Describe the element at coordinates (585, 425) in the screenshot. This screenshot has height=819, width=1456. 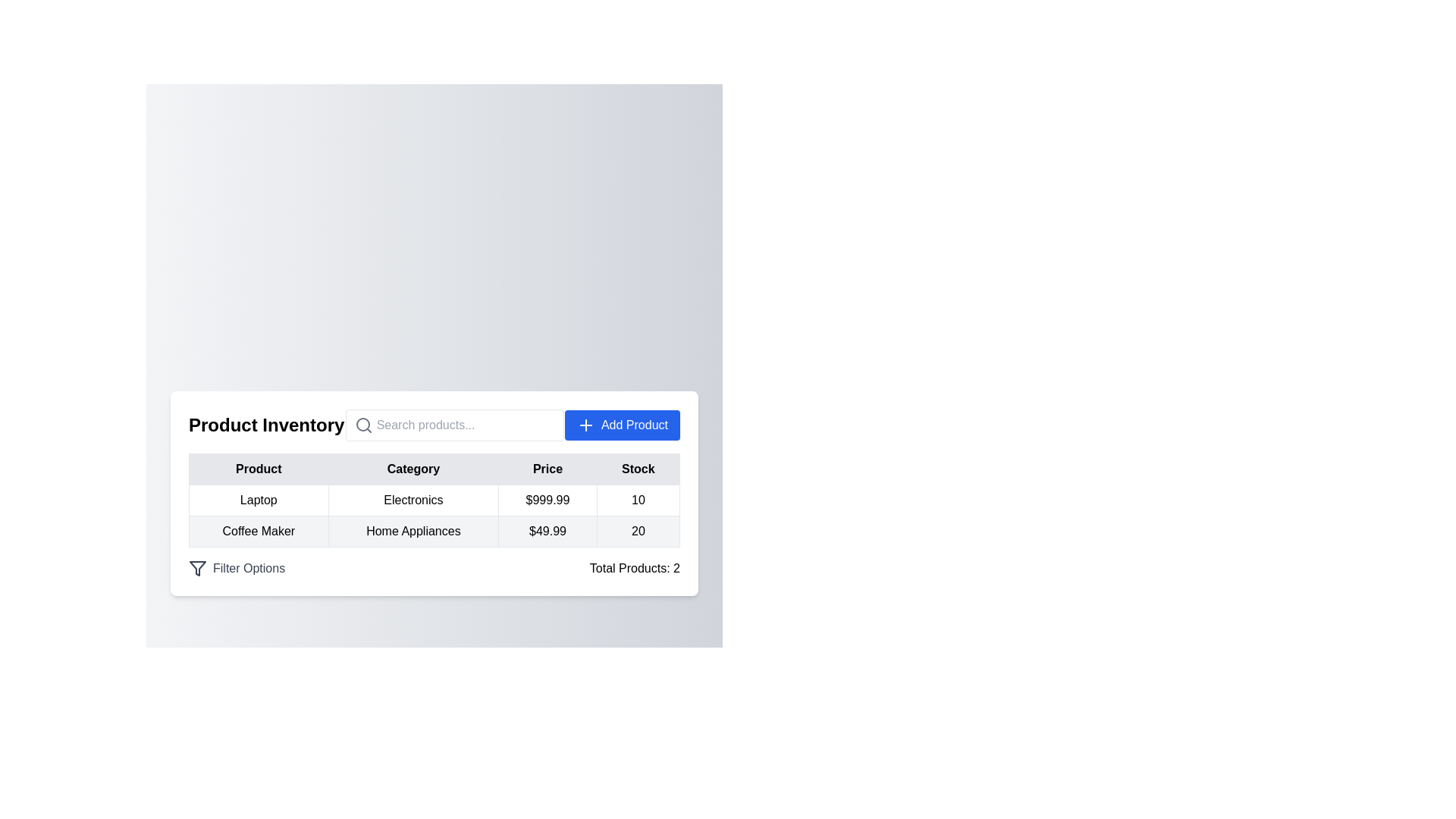
I see `the SVG-based graphical icon that serves as a visual indicator for adding a new product, located on the right side of the 'Add Product' button in the upper right section of the product inventory interface` at that location.